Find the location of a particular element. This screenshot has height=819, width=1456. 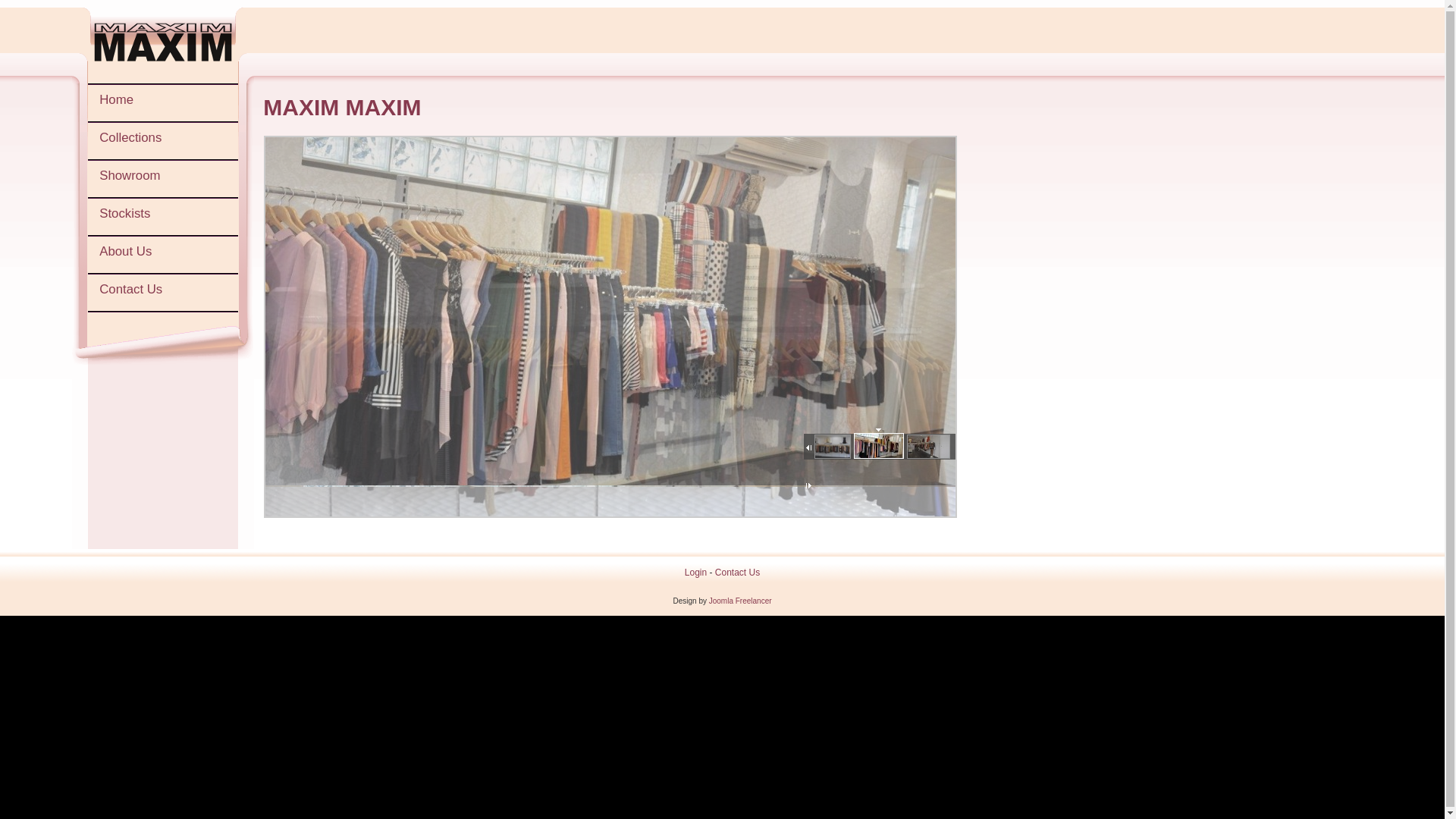

'MAXIM MAXIM' is located at coordinates (341, 106).